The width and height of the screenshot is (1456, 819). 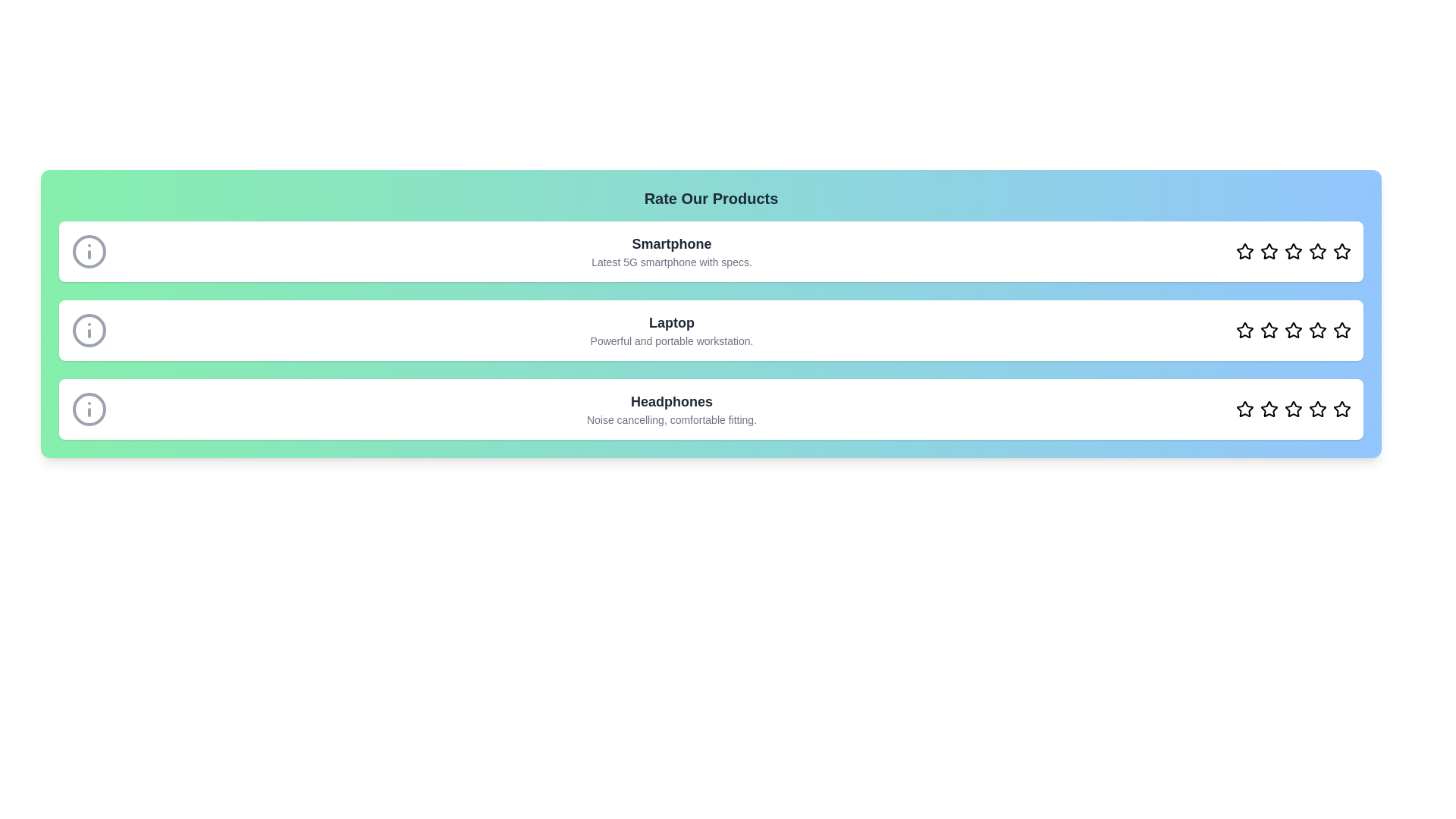 What do you see at coordinates (1292, 250) in the screenshot?
I see `the fourth star-shaped Interactive Rating Icon` at bounding box center [1292, 250].